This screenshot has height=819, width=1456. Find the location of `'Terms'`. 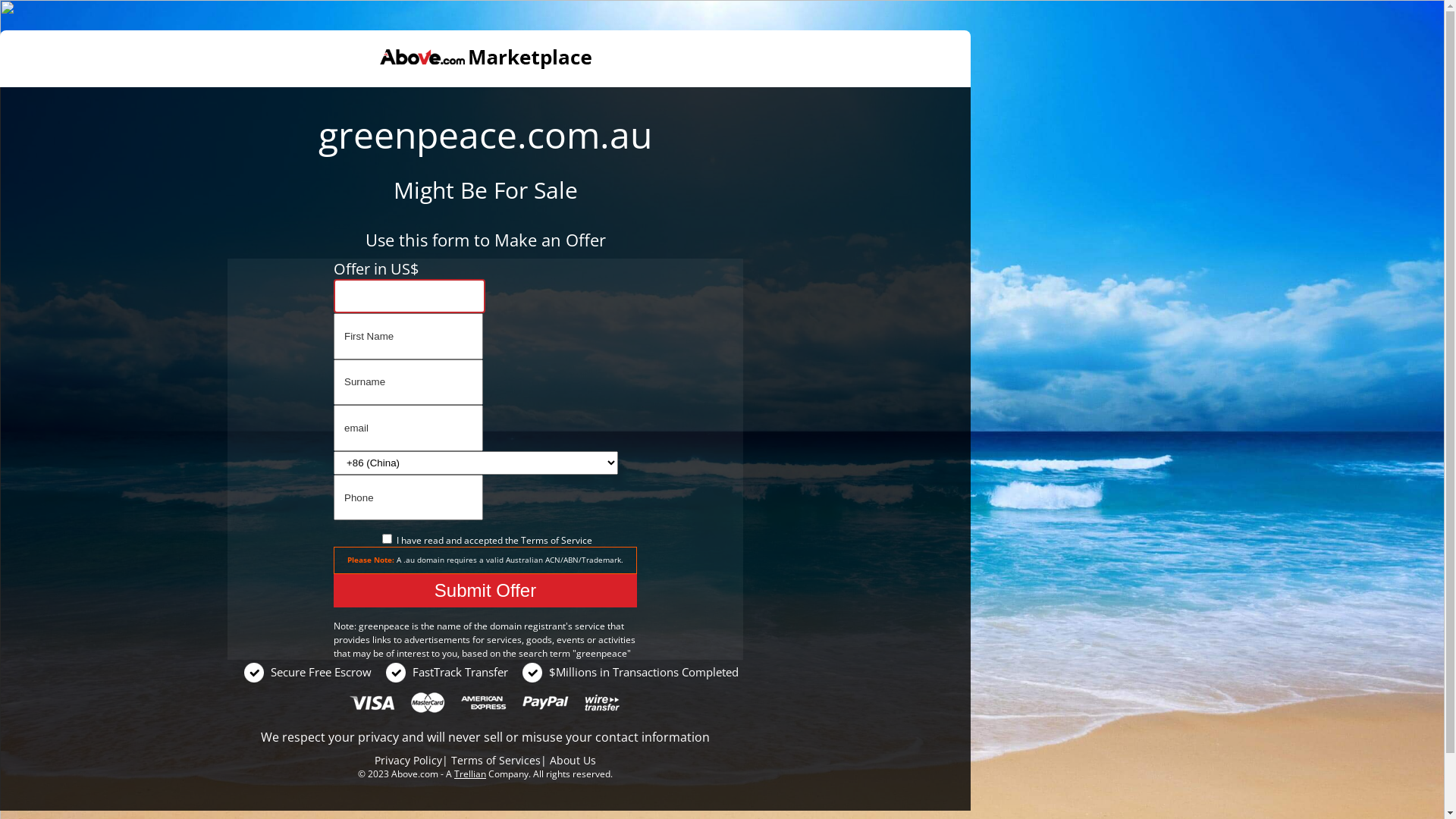

'Terms' is located at coordinates (520, 539).